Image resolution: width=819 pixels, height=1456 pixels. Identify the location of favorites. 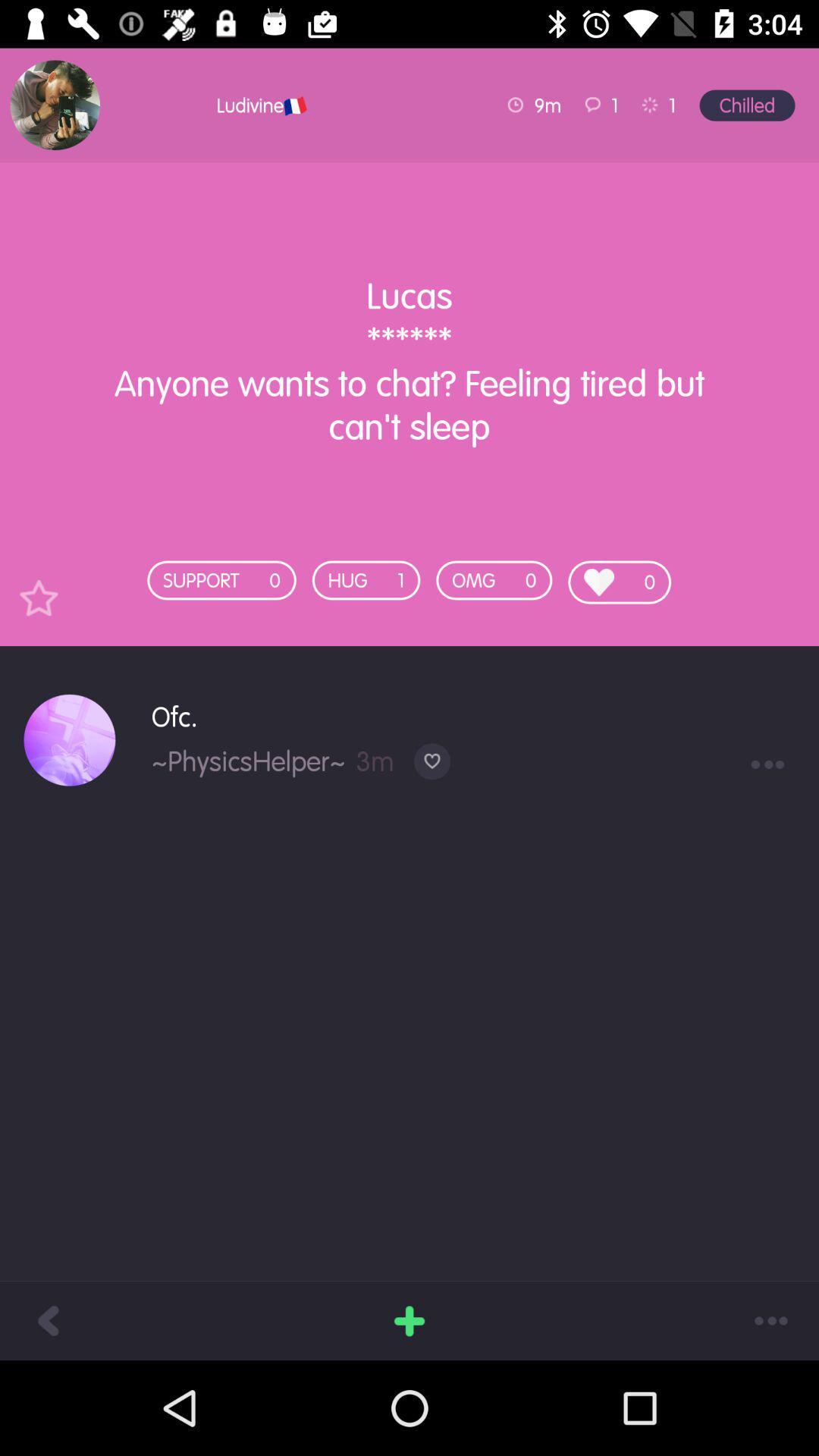
(38, 597).